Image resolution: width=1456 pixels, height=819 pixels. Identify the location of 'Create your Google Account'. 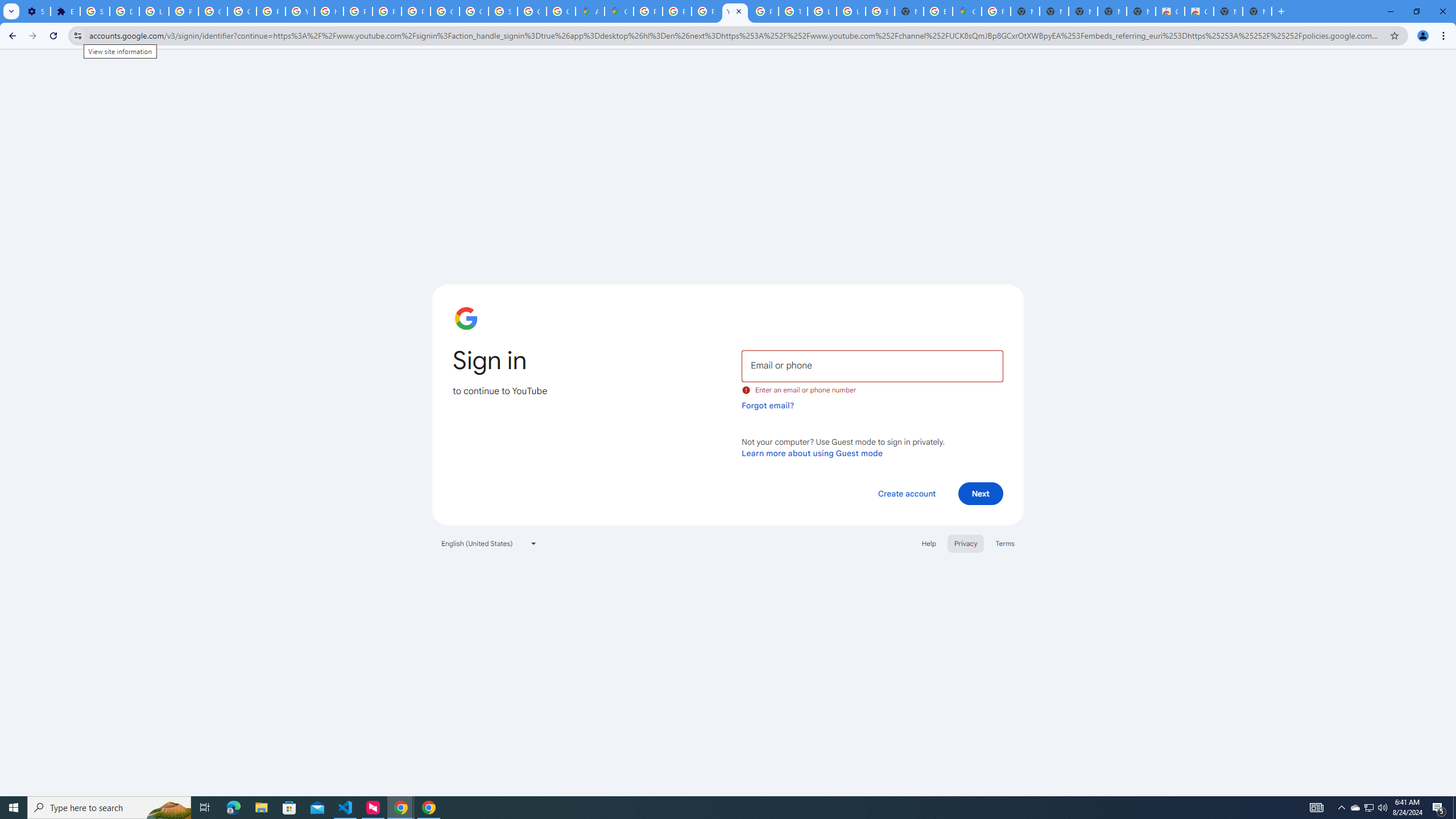
(561, 11).